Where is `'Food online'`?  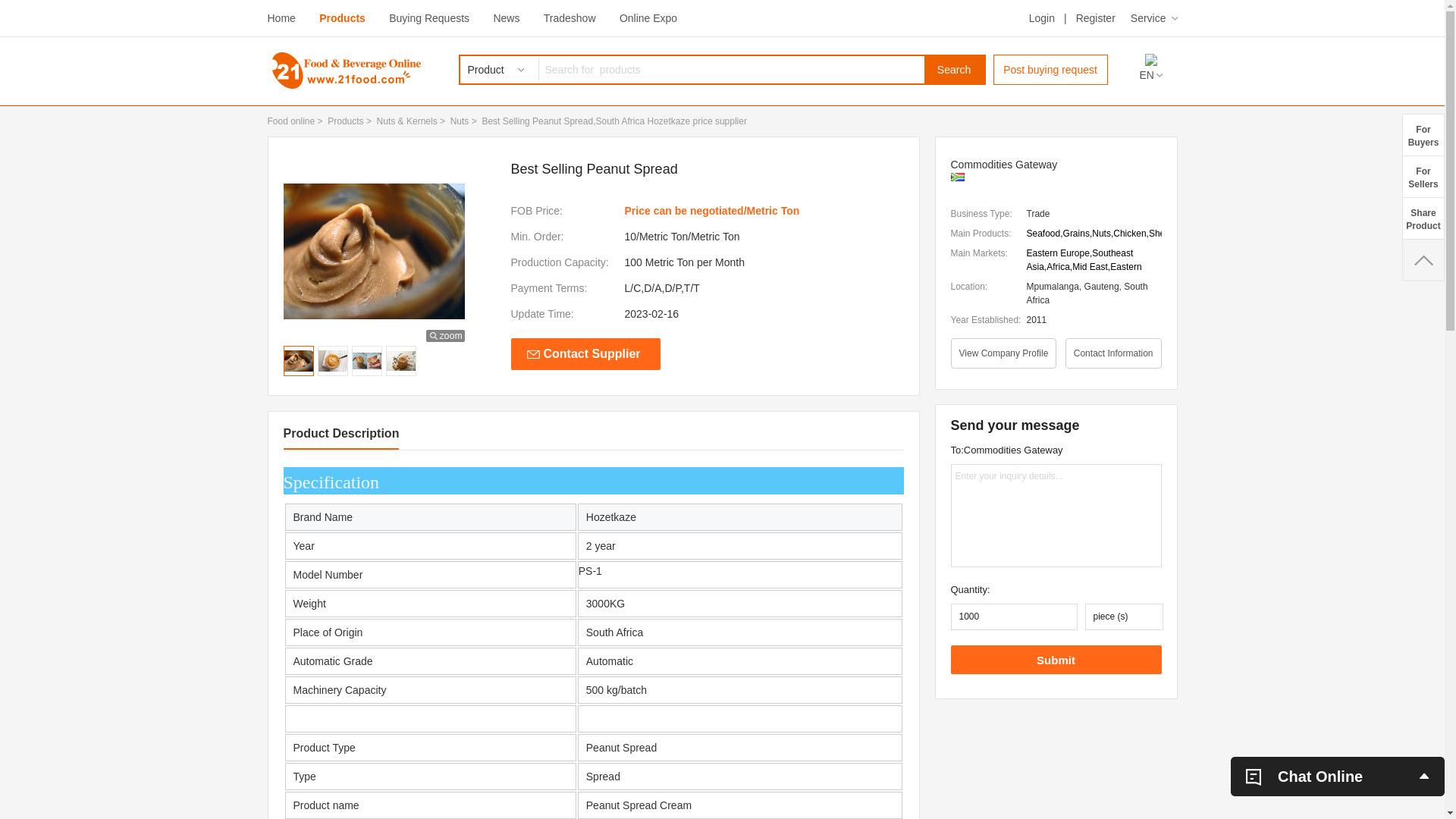 'Food online' is located at coordinates (290, 120).